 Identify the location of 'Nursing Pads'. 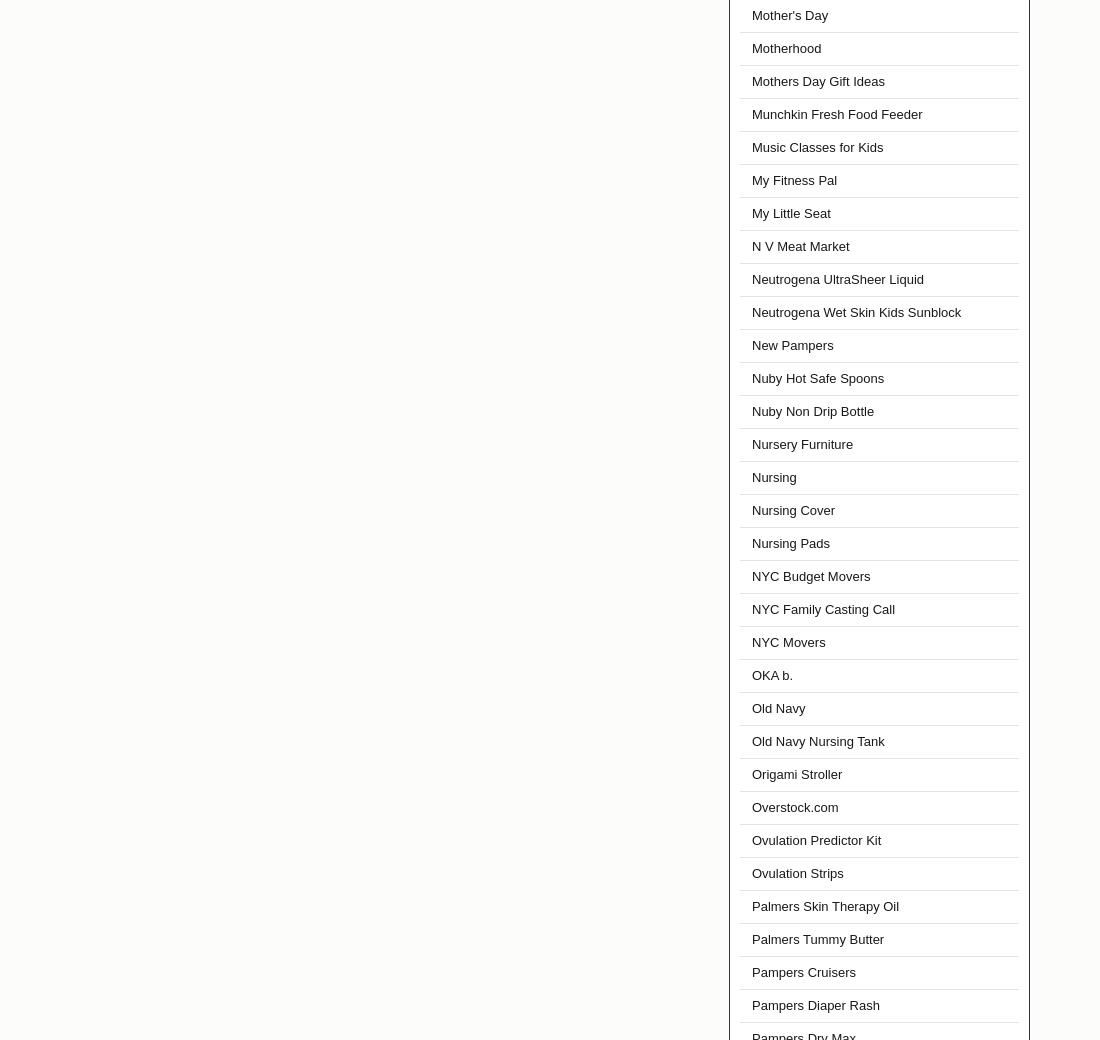
(791, 542).